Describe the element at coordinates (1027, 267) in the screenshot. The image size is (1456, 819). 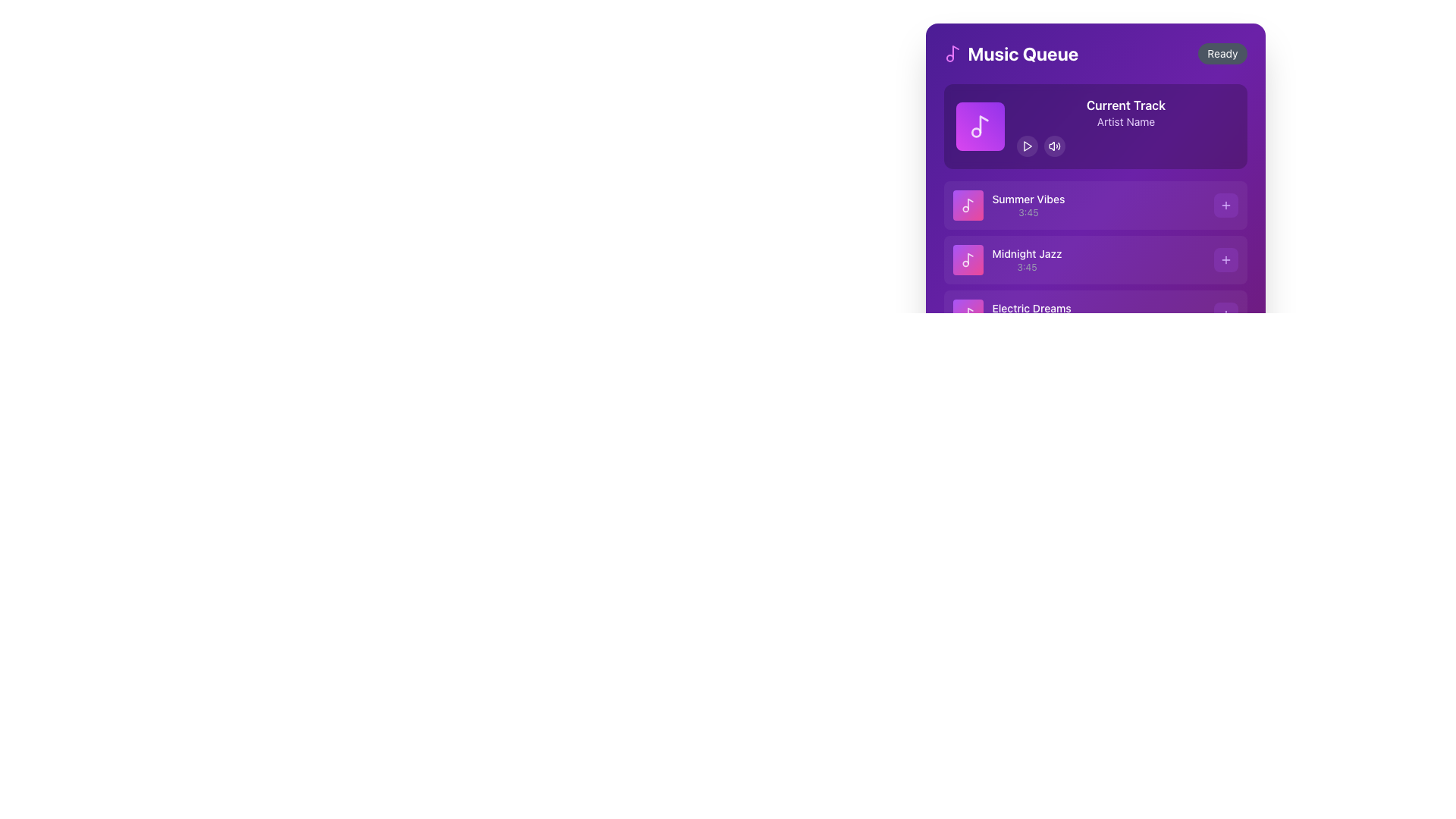
I see `the Text Label displaying '3:45' in gray font against a purple background, located beneath the 'Midnight Jazz' title in the 'Music Queue' section` at that location.